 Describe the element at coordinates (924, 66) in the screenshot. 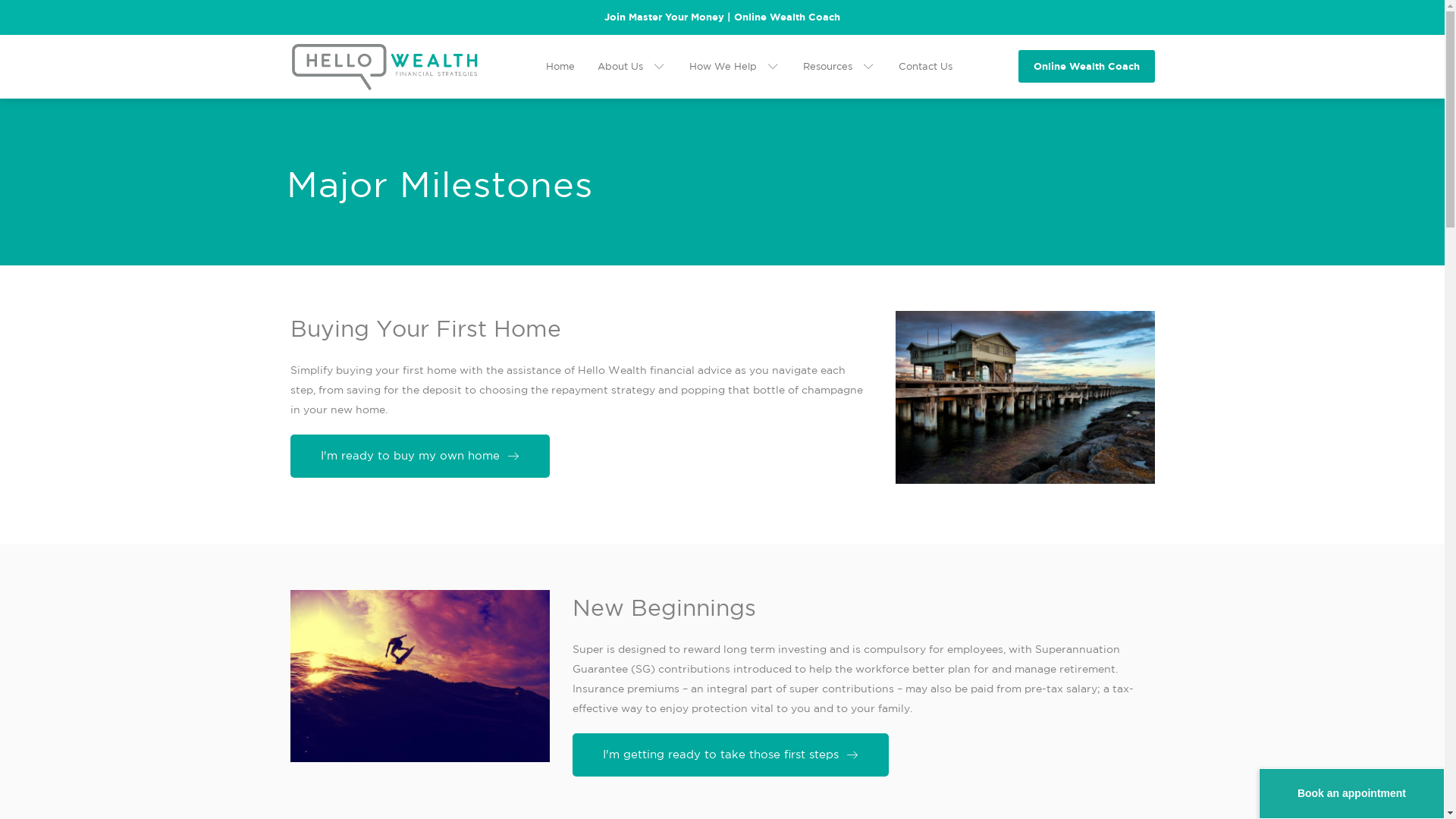

I see `'Contact Us'` at that location.